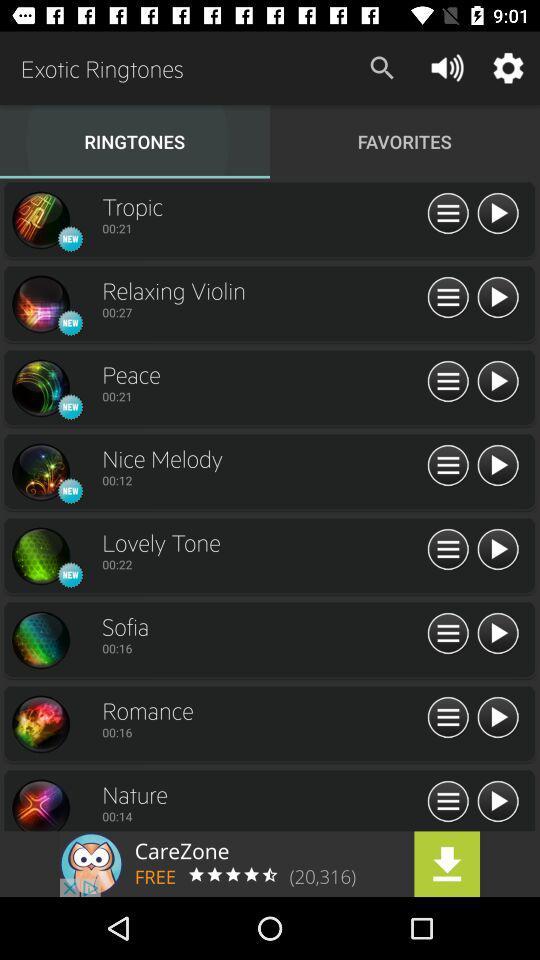  Describe the element at coordinates (448, 633) in the screenshot. I see `open ringtone options` at that location.